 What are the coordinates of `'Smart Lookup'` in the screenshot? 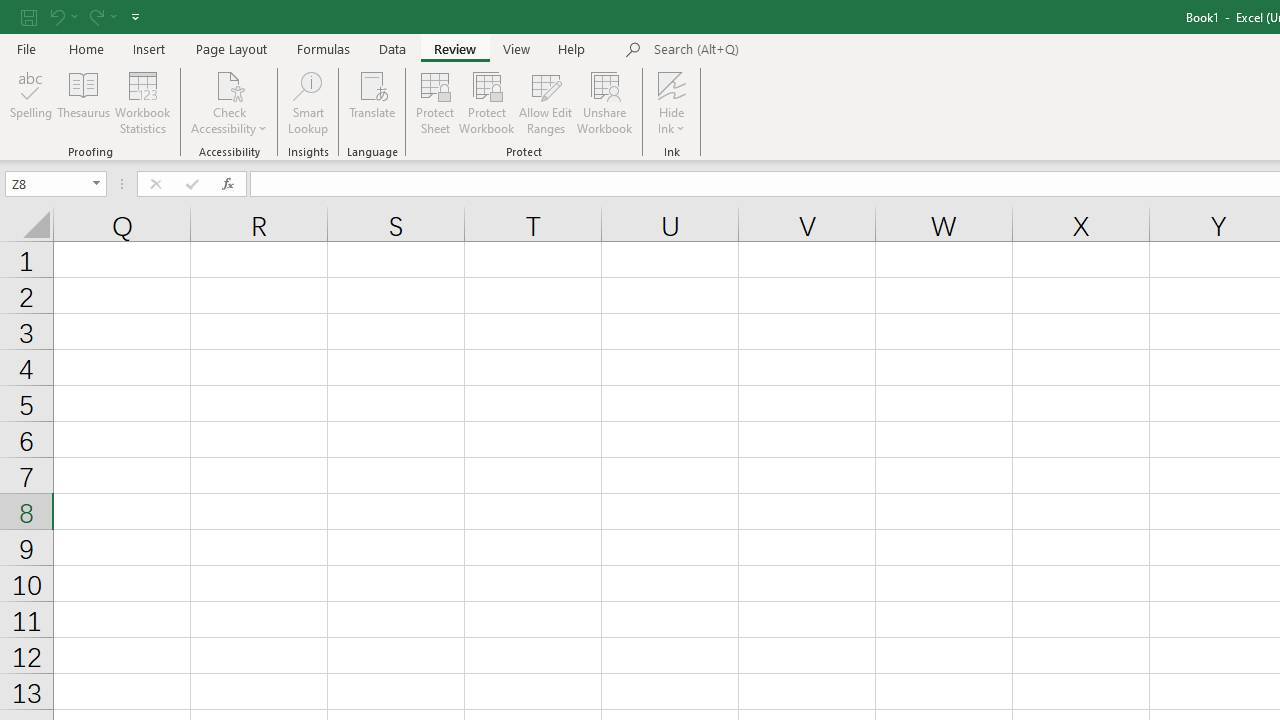 It's located at (307, 103).